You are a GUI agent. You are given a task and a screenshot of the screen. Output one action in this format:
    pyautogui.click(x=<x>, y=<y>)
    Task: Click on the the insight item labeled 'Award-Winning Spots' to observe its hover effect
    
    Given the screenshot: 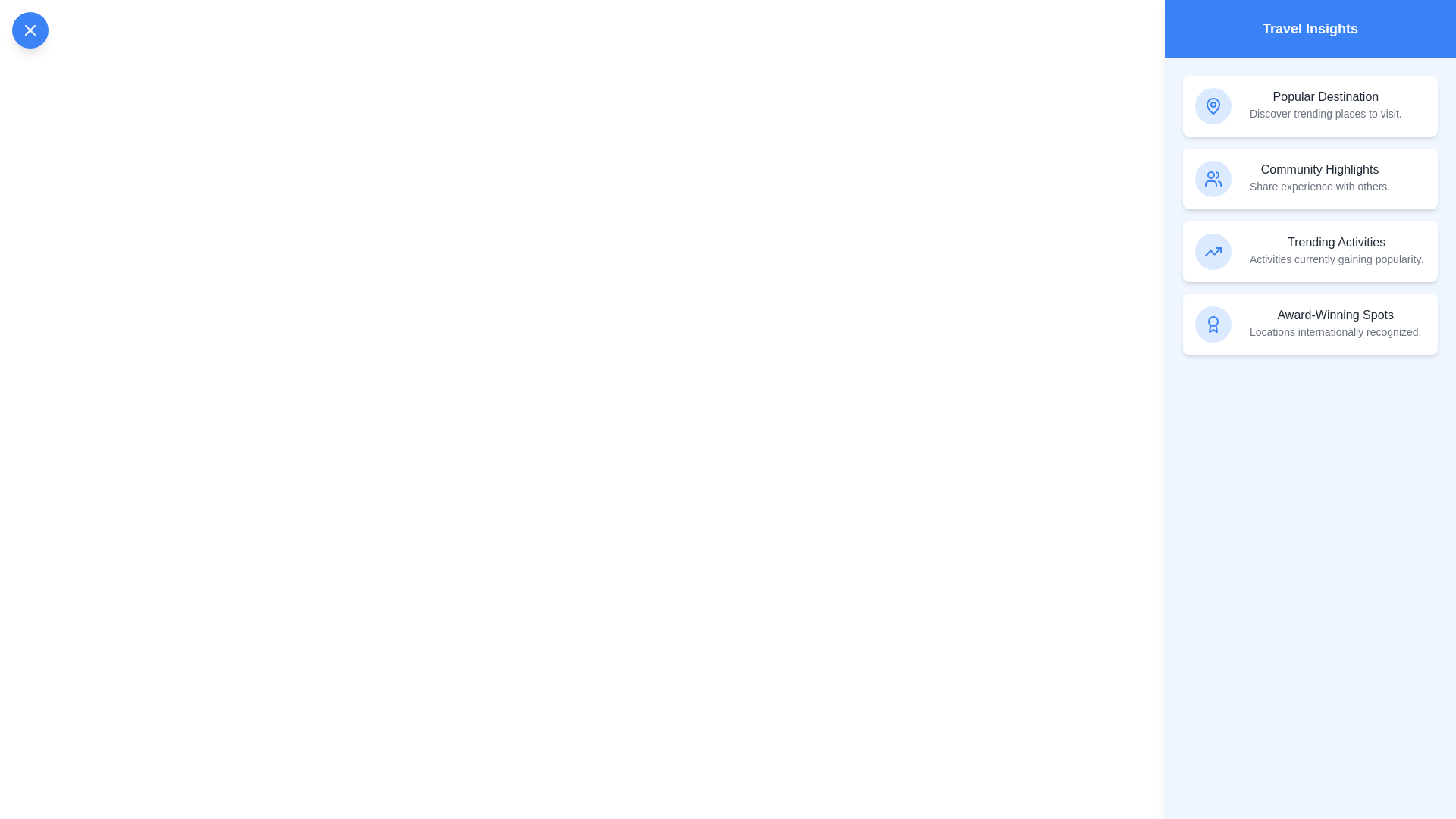 What is the action you would take?
    pyautogui.click(x=1310, y=324)
    